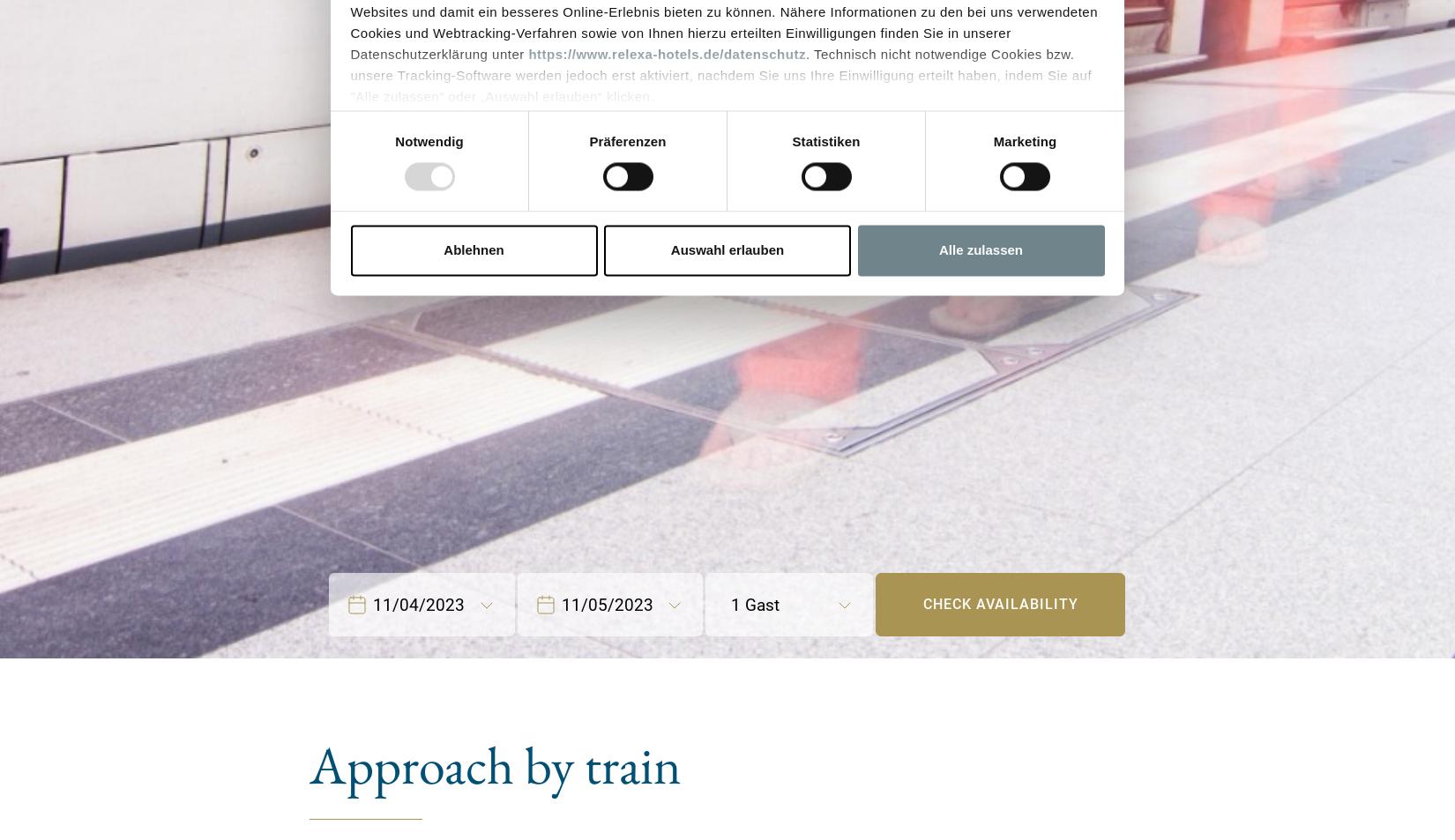  Describe the element at coordinates (722, 200) in the screenshot. I see `'„Bei Google und Facebook können die Daten auch außerhalb der EU gespeichert werden. Sofern Sie Cookies nicht ablehnen, gilt Ihre folgende Zustimmung:  „Ich stimme der Verwendung des Cookies zu, obgleich ich darüber informiert wurde, dass die Daten in die USA übertragen werden können und ich mein Recht auf rechtliches Gehör dort nach Europäischen Grundsätzen nicht ausreichend wahrnehmen kann und somit kein angemessenes Datenschutzniveau gewährleistet werden kann.“'` at that location.